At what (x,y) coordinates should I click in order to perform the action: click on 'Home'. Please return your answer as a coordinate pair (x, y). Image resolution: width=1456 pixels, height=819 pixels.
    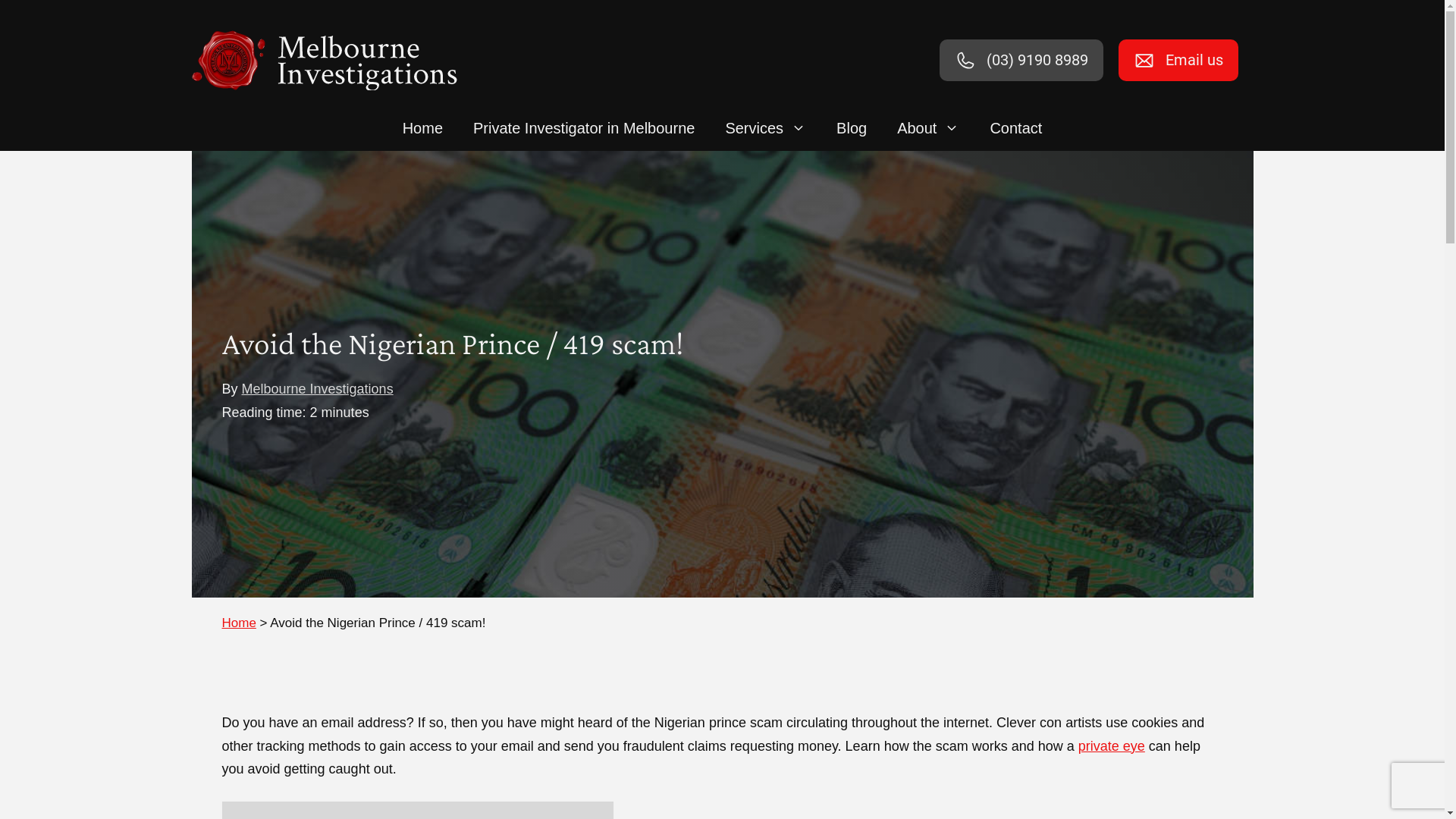
    Looking at the image, I should click on (221, 623).